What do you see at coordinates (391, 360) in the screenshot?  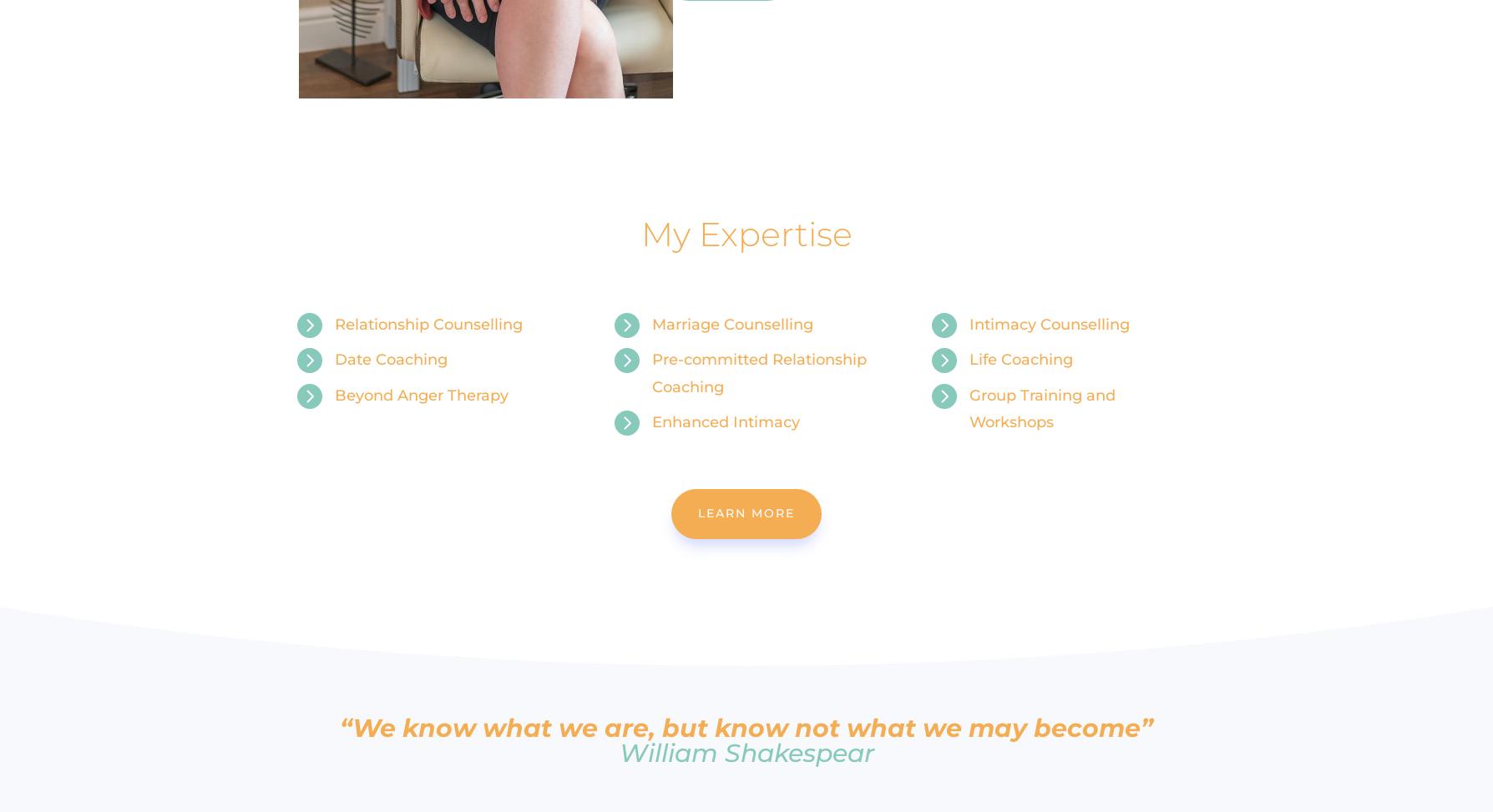 I see `'Date Coaching'` at bounding box center [391, 360].